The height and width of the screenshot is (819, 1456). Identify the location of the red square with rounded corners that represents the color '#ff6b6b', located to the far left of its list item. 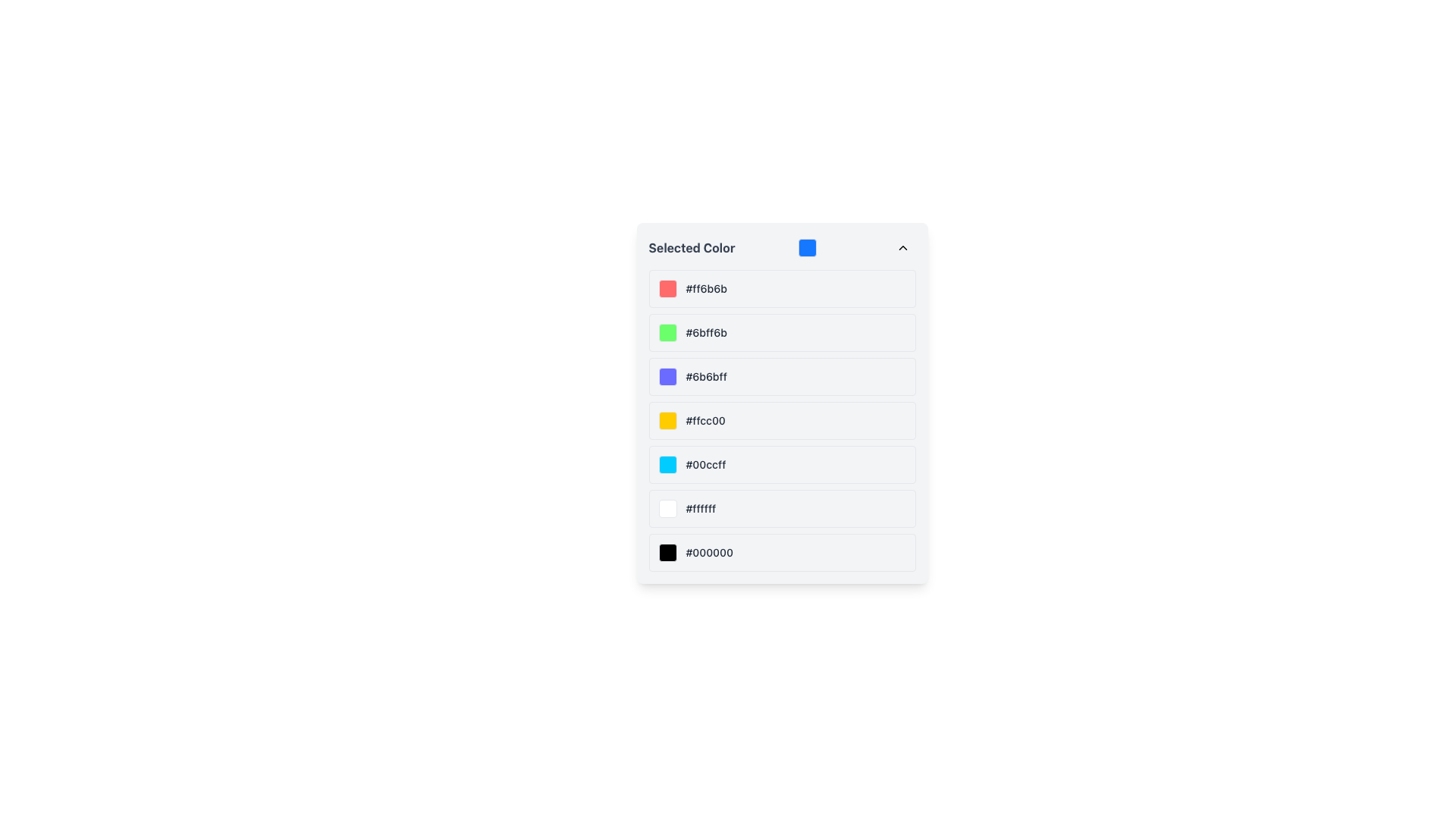
(667, 289).